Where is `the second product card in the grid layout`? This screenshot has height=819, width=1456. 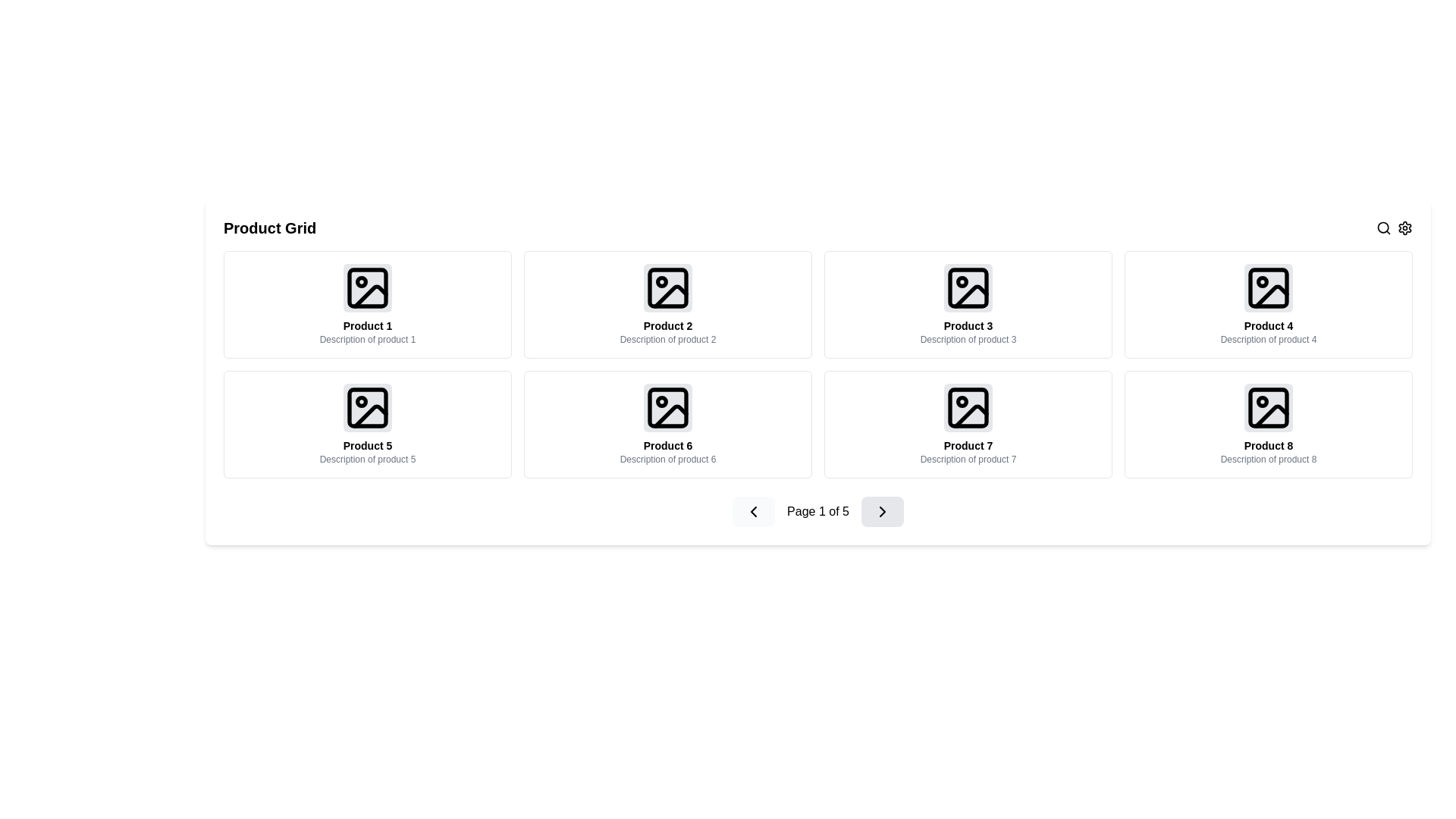
the second product card in the grid layout is located at coordinates (667, 304).